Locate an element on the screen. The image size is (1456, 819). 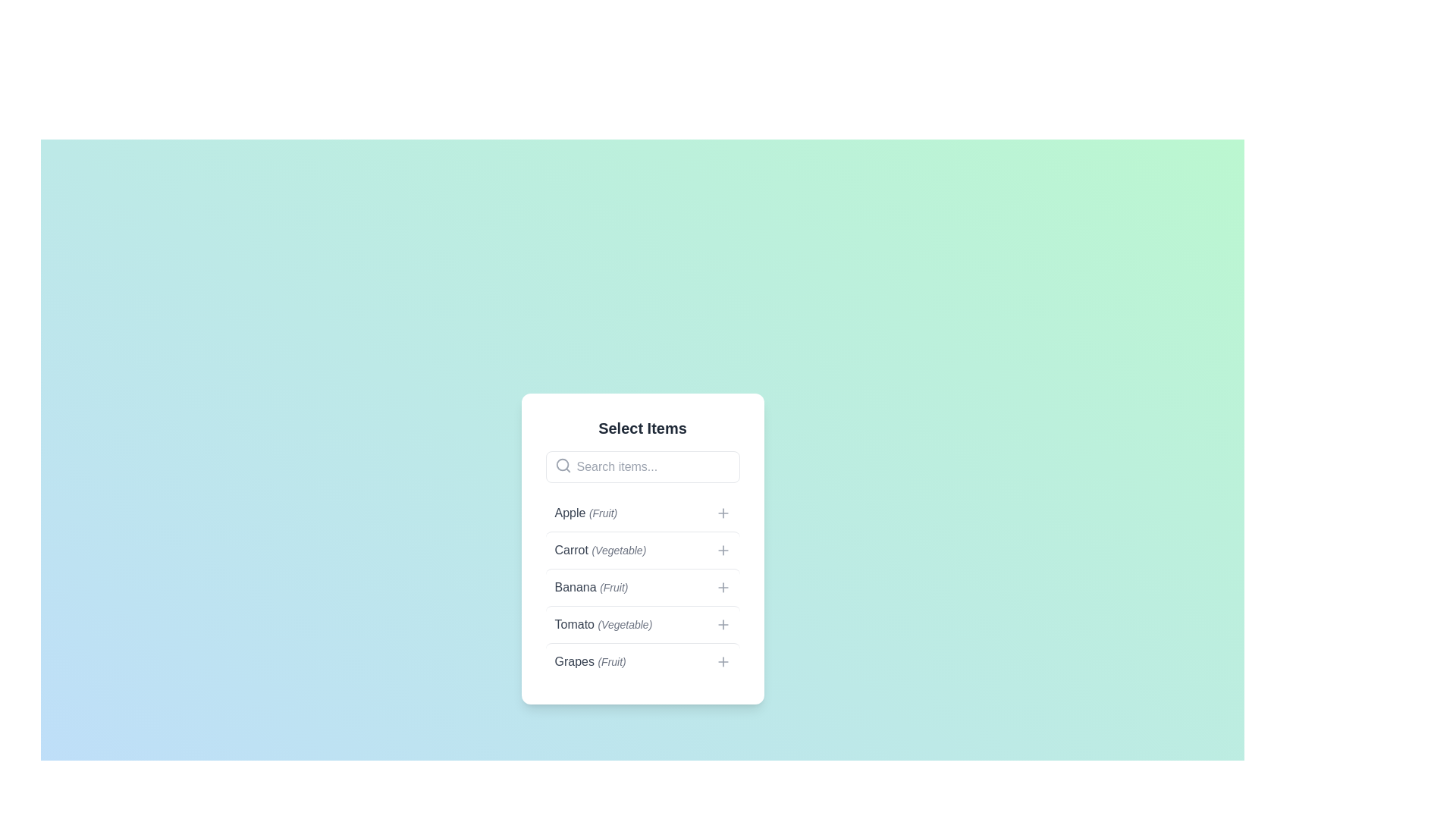
the text label element displaying 'Banana (Fruit)', which is styled with a medium font weight and grayish color, positioned in a vertical list between 'Carrot (Vegetable)' and 'Tomato (Vegetable) is located at coordinates (590, 587).